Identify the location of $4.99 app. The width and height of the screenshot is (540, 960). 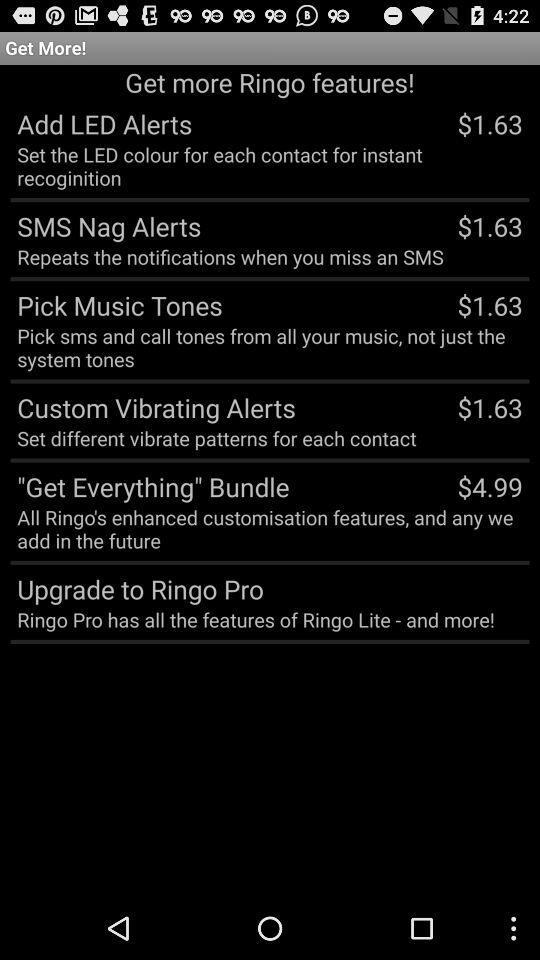
(489, 485).